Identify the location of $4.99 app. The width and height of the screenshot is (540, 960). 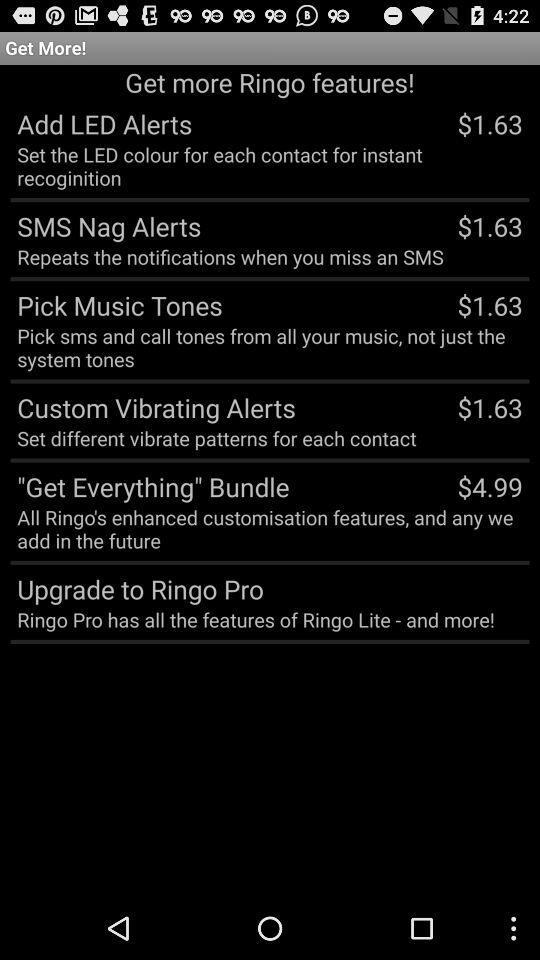
(489, 485).